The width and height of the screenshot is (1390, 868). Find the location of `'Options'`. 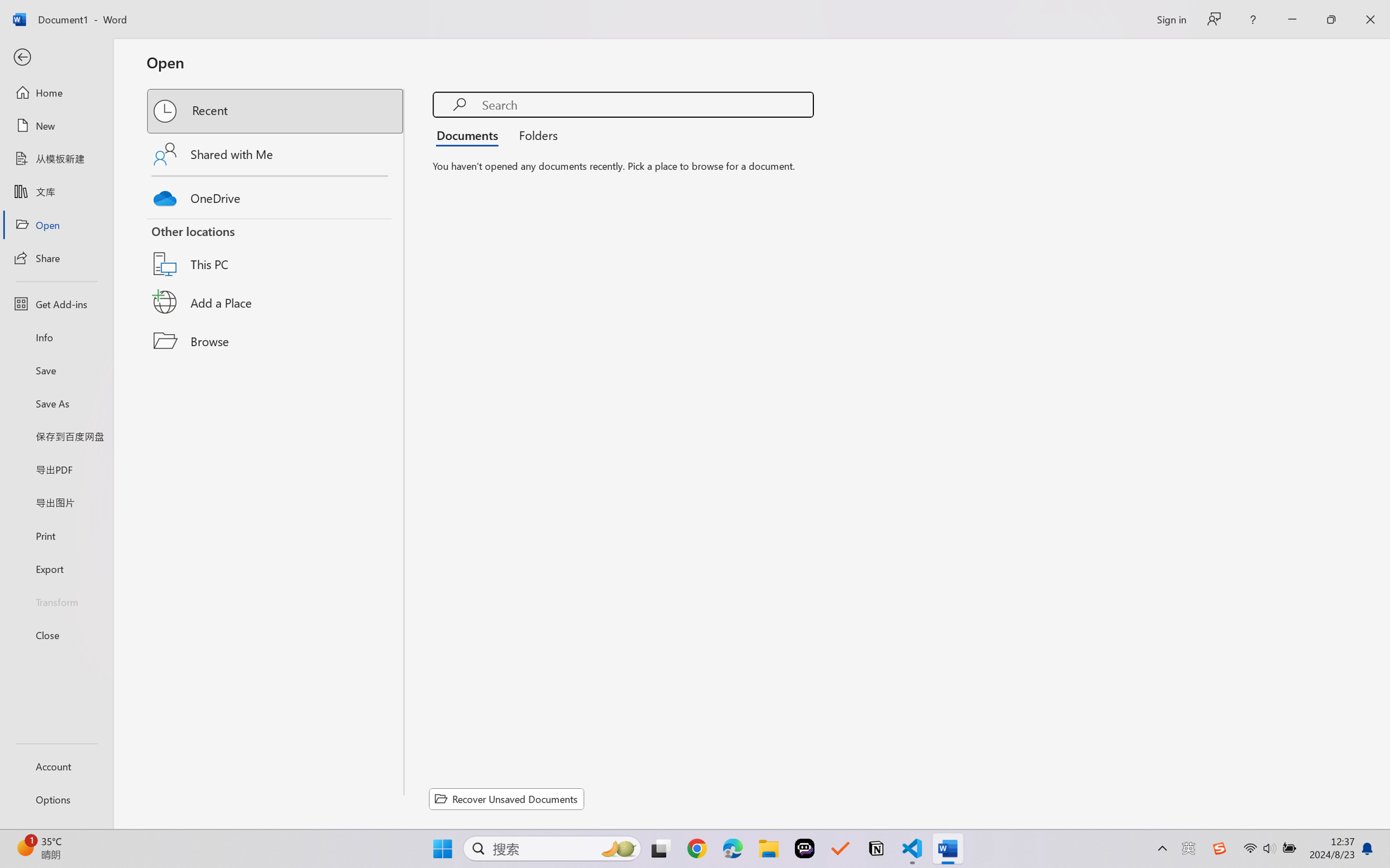

'Options' is located at coordinates (56, 799).